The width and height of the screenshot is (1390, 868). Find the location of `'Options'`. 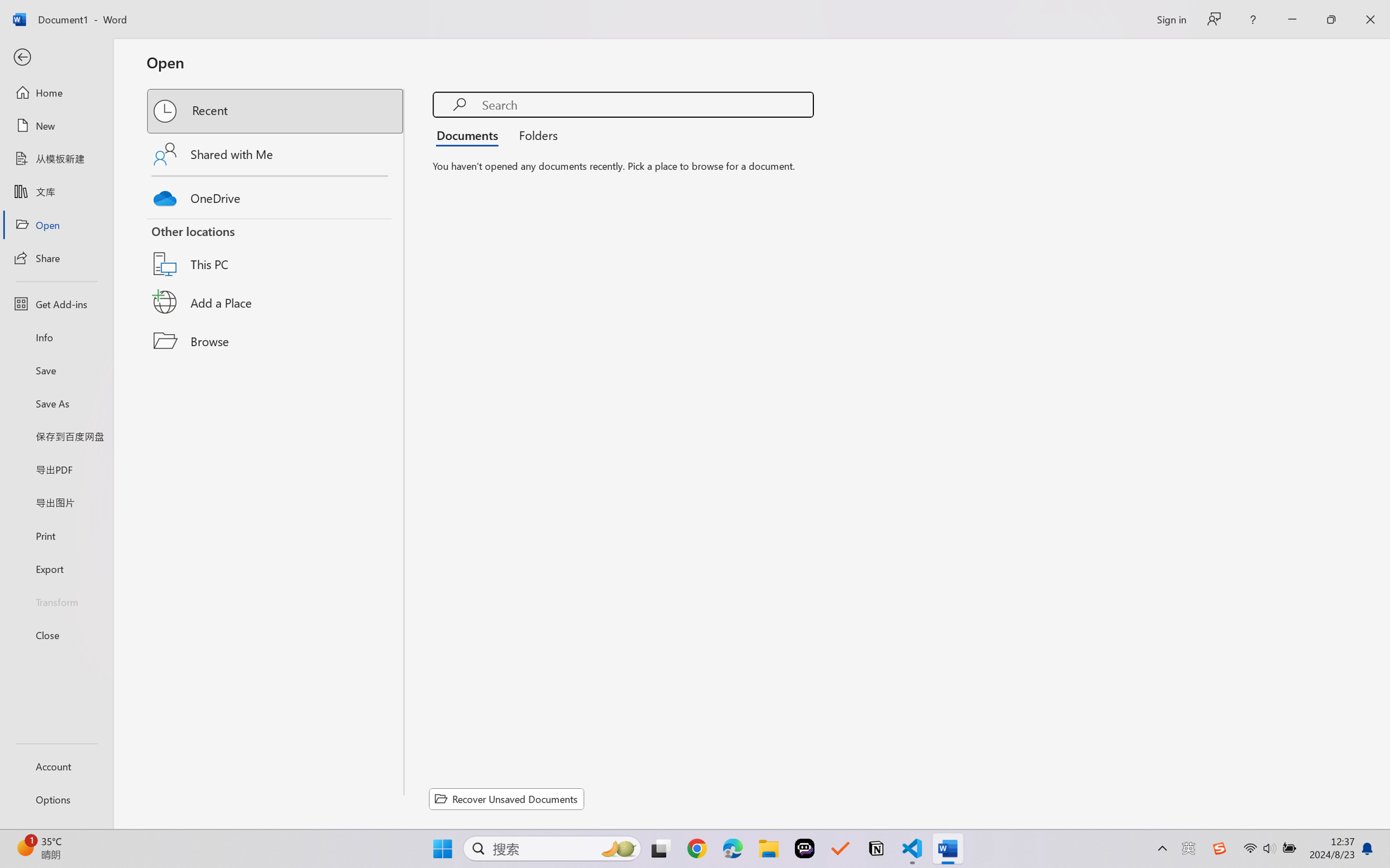

'Options' is located at coordinates (56, 799).